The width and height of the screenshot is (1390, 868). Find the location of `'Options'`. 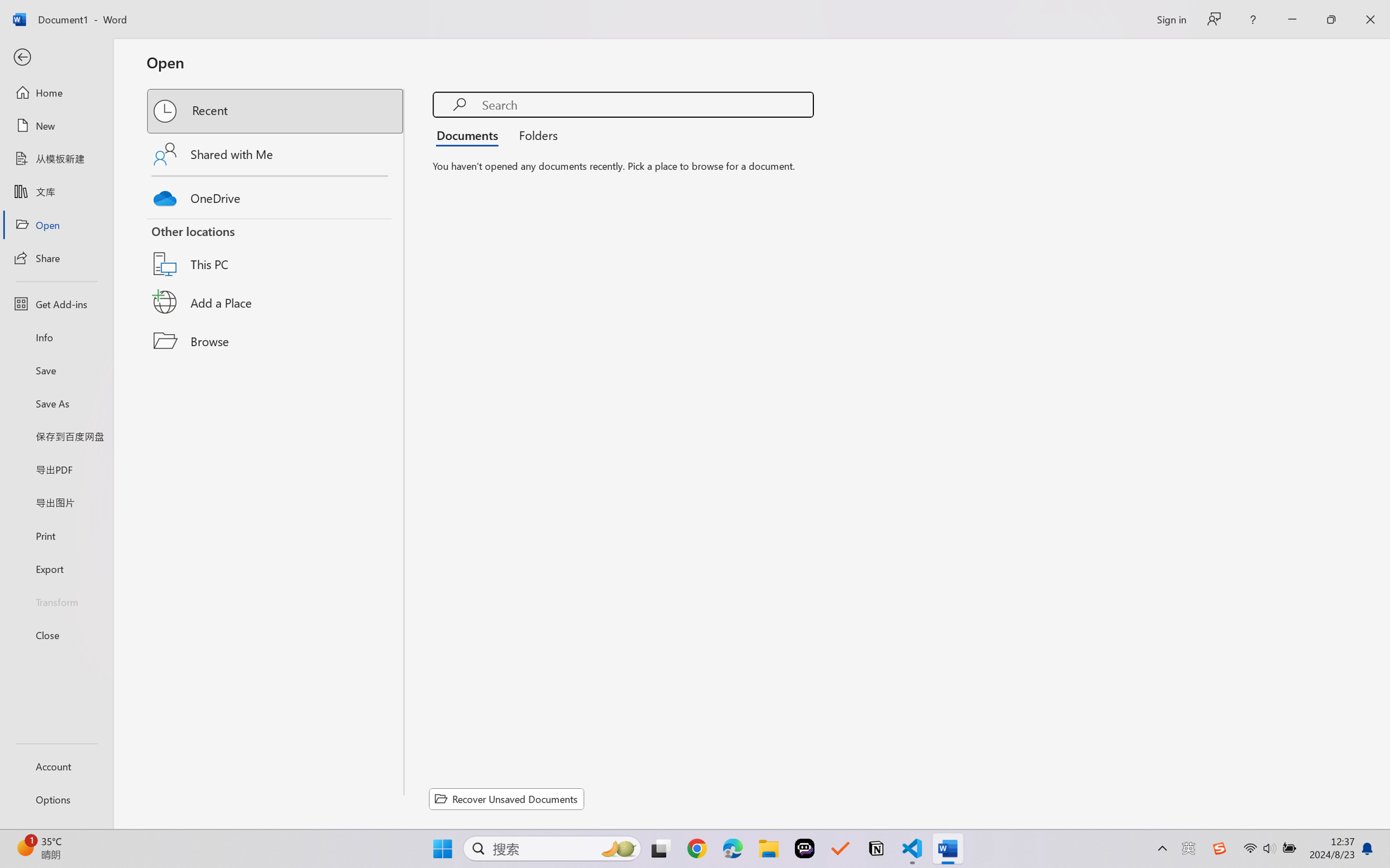

'Options' is located at coordinates (56, 799).